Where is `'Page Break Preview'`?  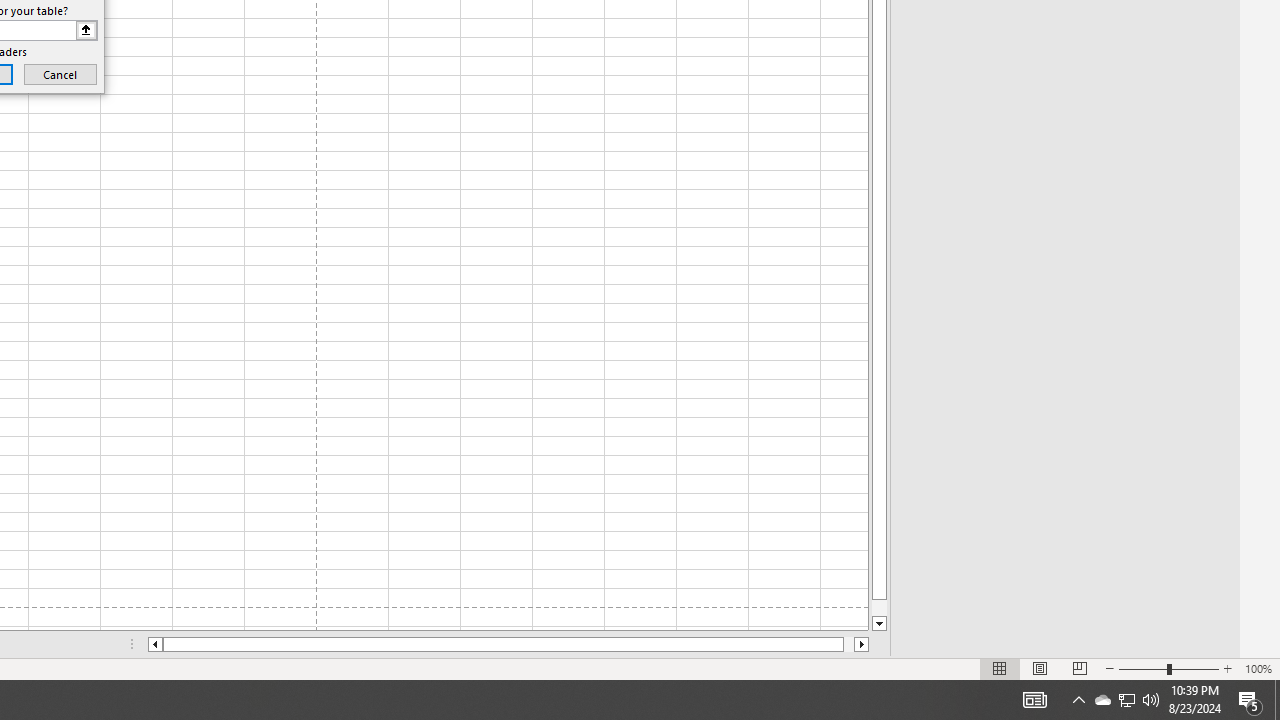 'Page Break Preview' is located at coordinates (1078, 669).